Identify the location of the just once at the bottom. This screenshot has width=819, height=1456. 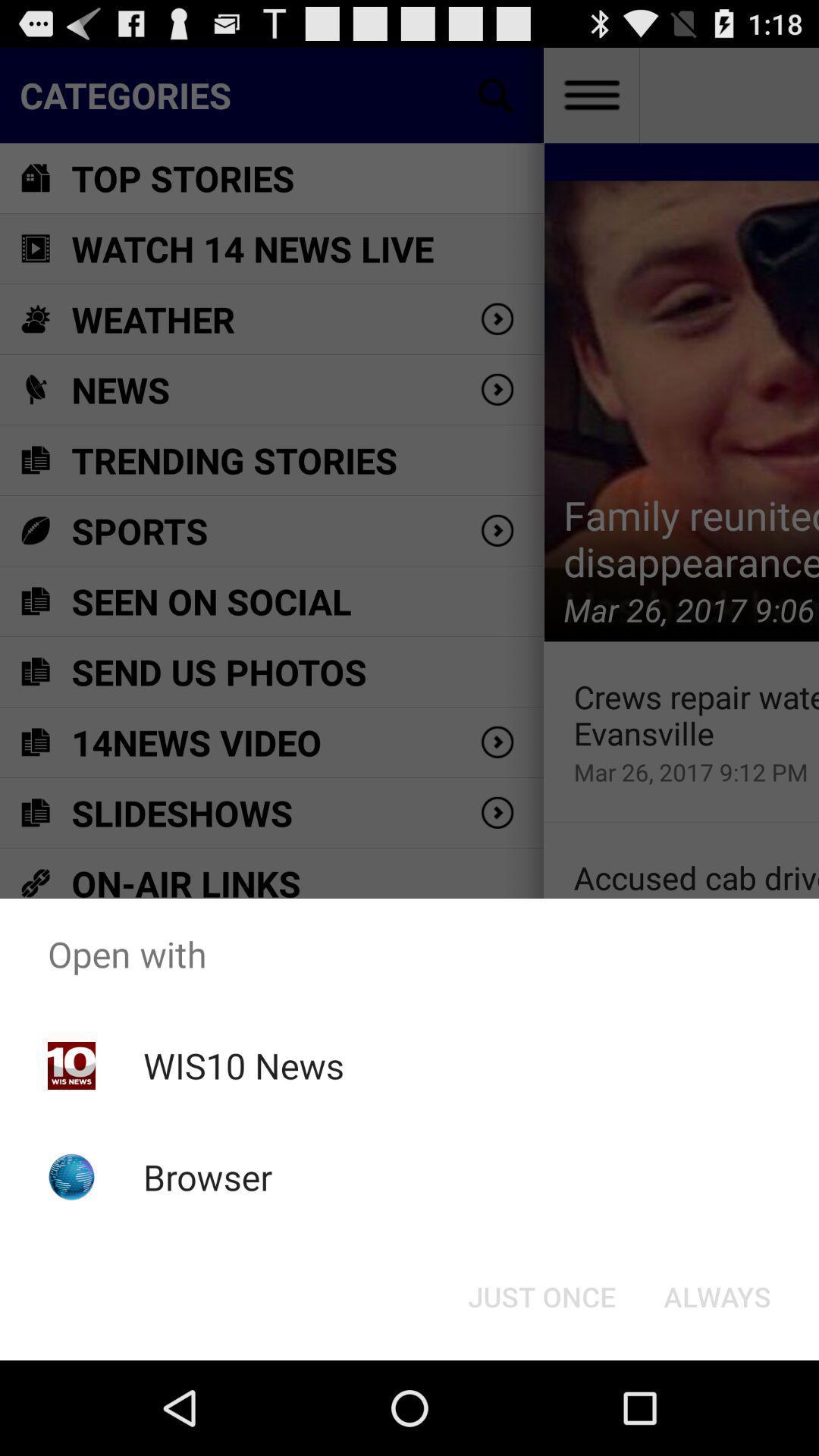
(541, 1295).